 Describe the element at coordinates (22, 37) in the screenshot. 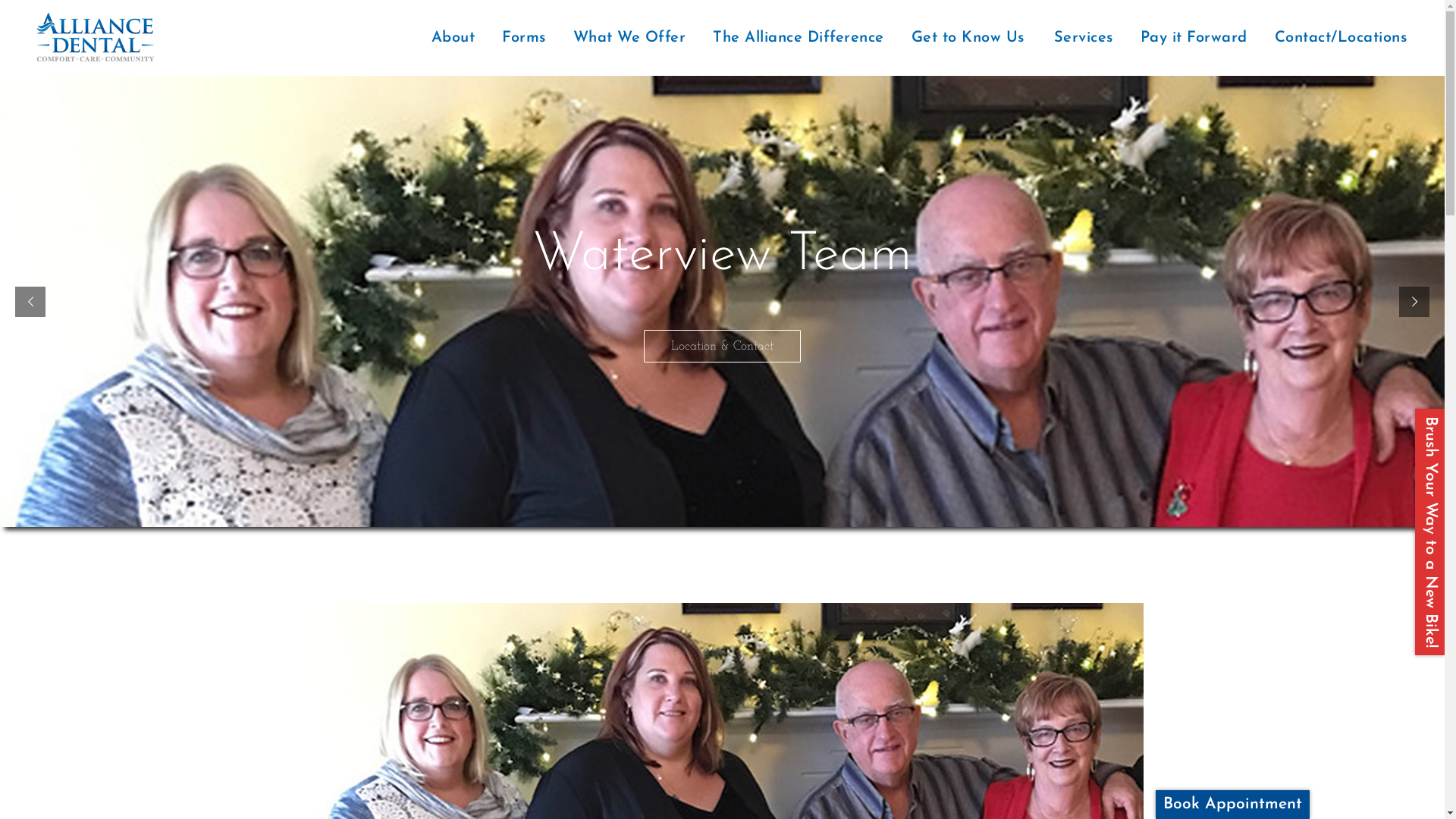

I see `'Alliance Dental'` at that location.